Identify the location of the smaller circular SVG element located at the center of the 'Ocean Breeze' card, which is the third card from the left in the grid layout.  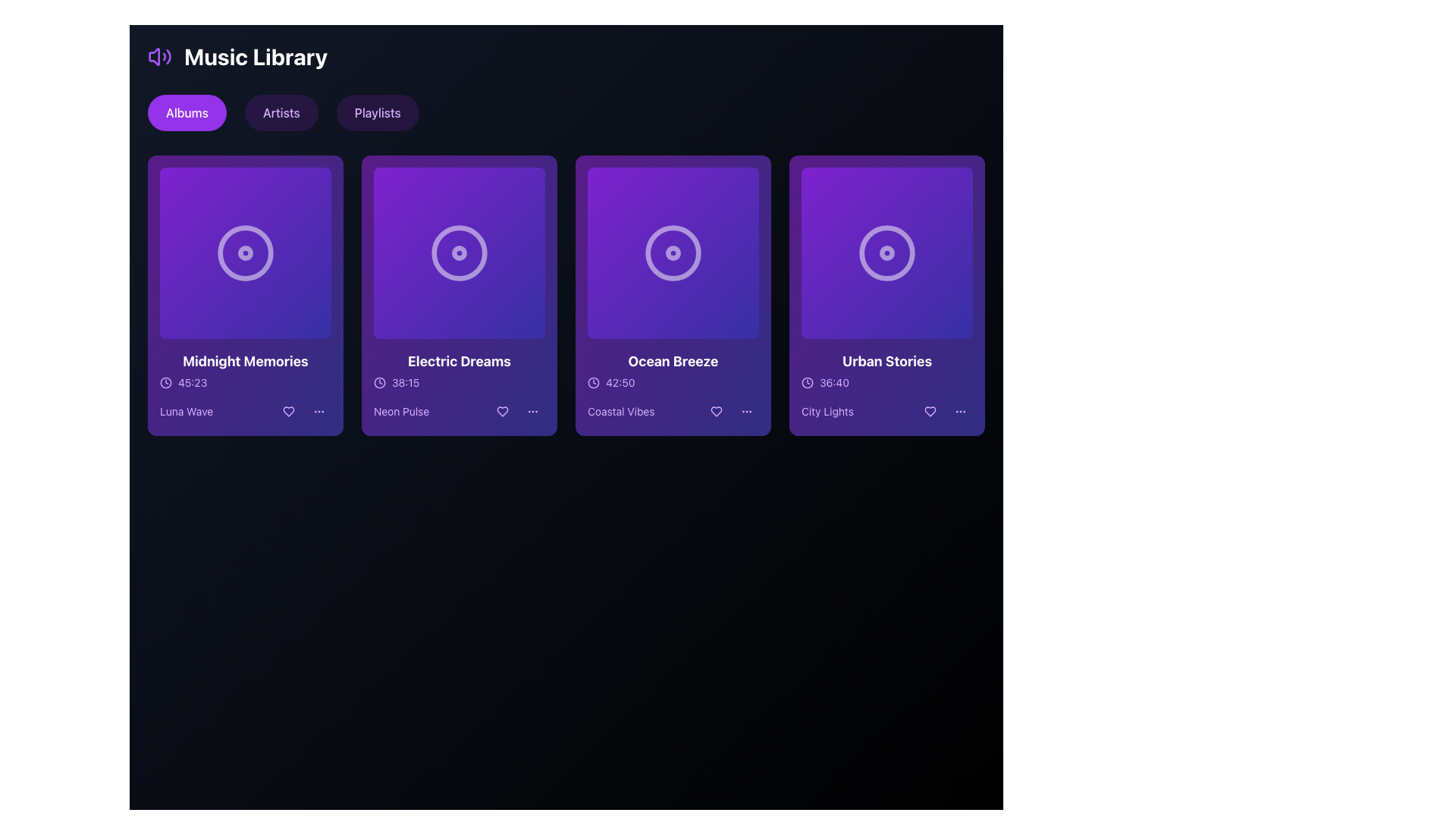
(673, 253).